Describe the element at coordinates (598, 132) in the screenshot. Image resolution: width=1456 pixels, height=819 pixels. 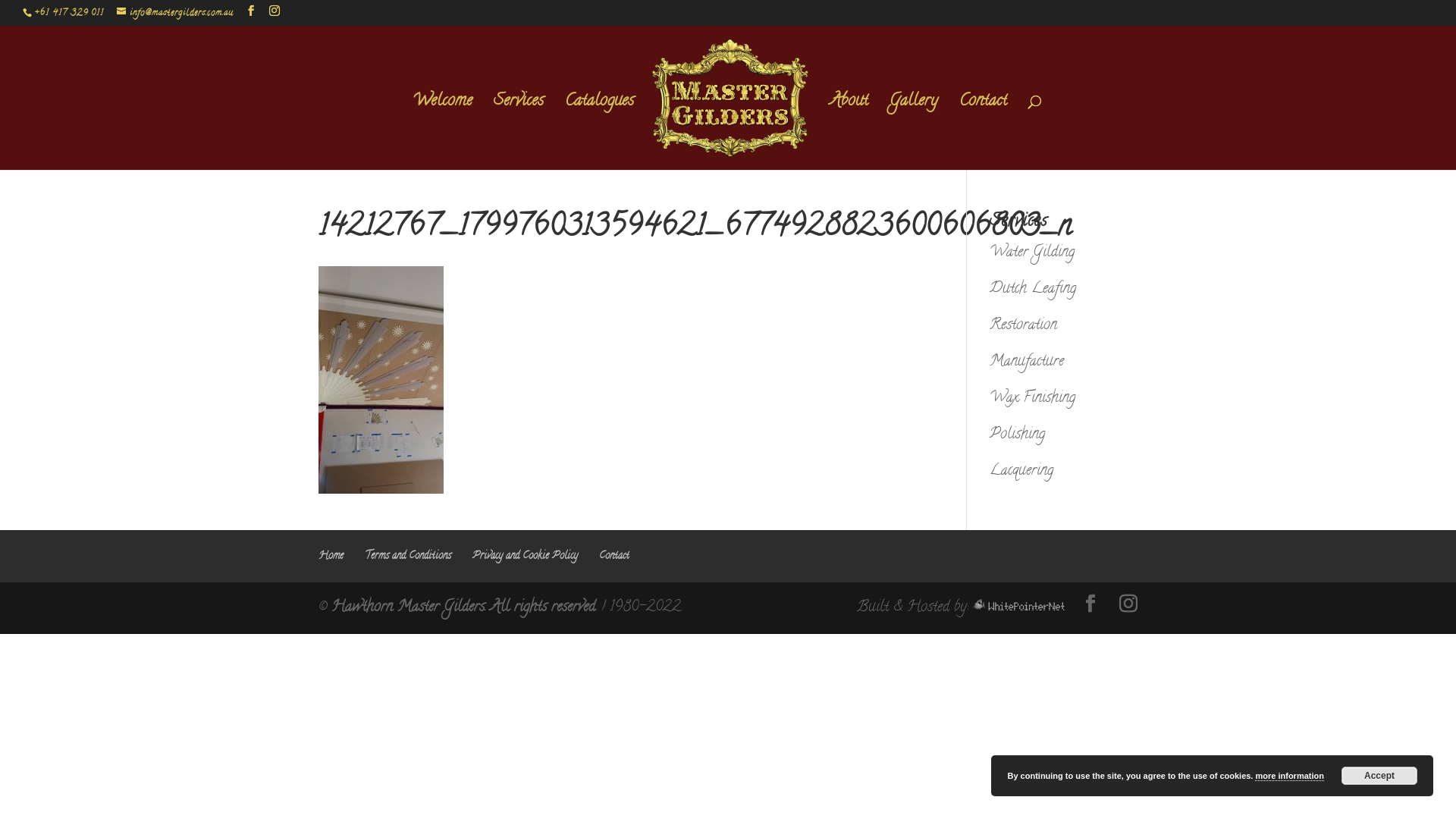
I see `'Catalogues'` at that location.